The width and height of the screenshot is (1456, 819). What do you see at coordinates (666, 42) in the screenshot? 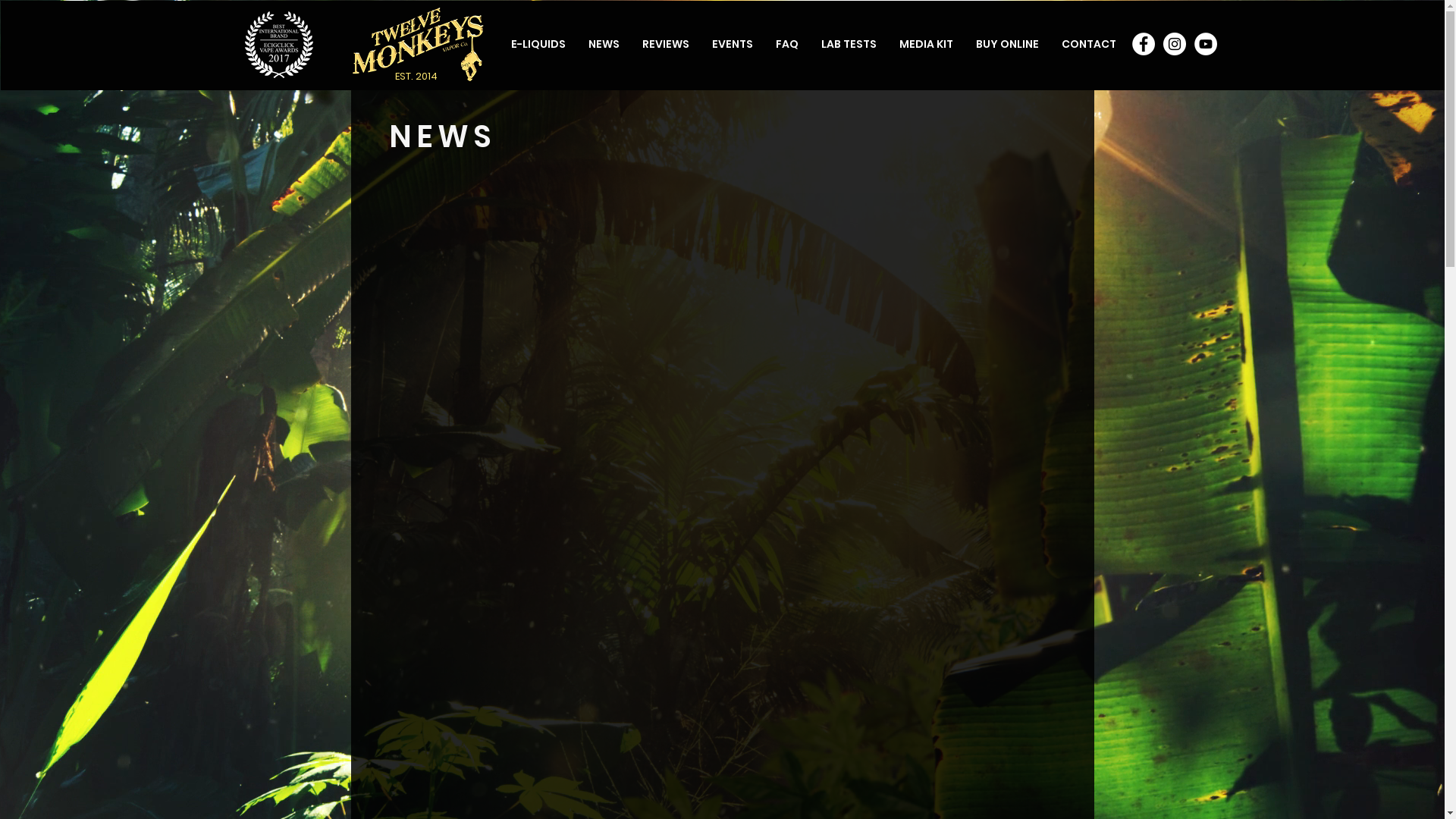
I see `'REVIEWS'` at bounding box center [666, 42].